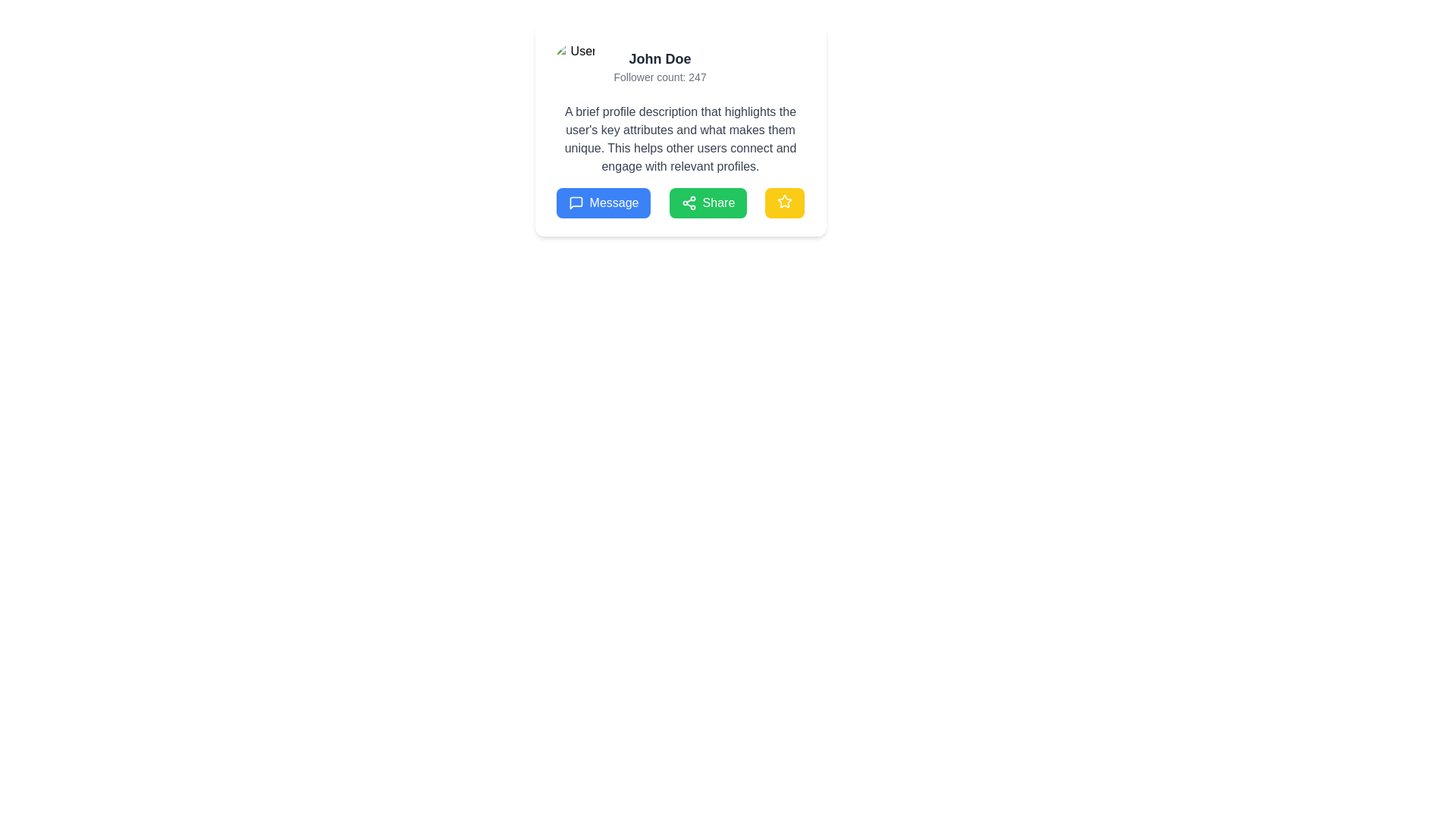 The width and height of the screenshot is (1456, 819). Describe the element at coordinates (785, 202) in the screenshot. I see `the yellow rectangular button with rounded corners that contains a white star icon, located to the right of the blue 'Message' button and green 'Share' button` at that location.